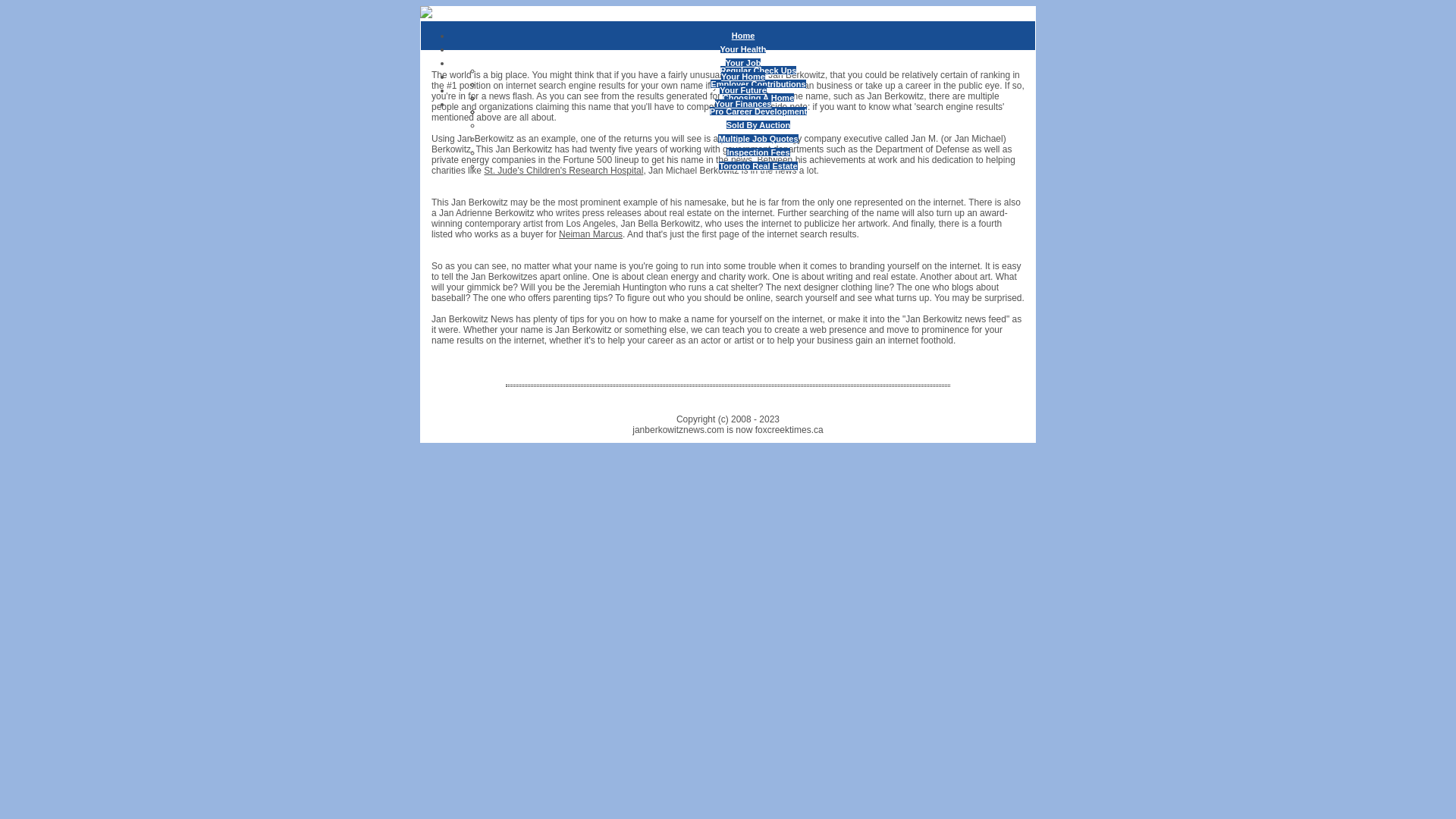  What do you see at coordinates (724, 62) in the screenshot?
I see `'Your Job'` at bounding box center [724, 62].